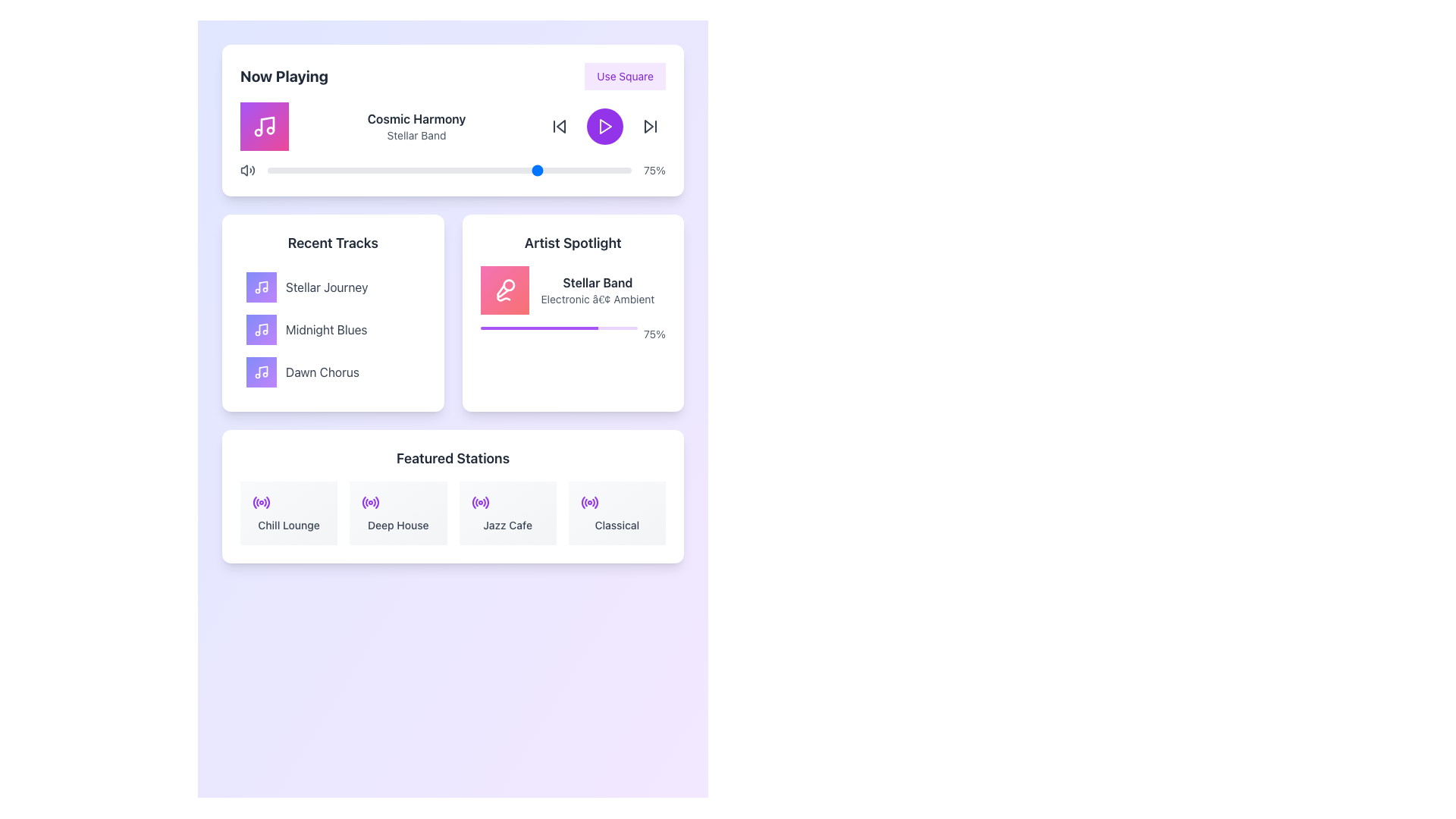 The height and width of the screenshot is (819, 1456). What do you see at coordinates (604, 125) in the screenshot?
I see `the play/pause button located in the 'Now Playing' section, which is the central element in a group of three buttons, positioned to the right of the section's title` at bounding box center [604, 125].